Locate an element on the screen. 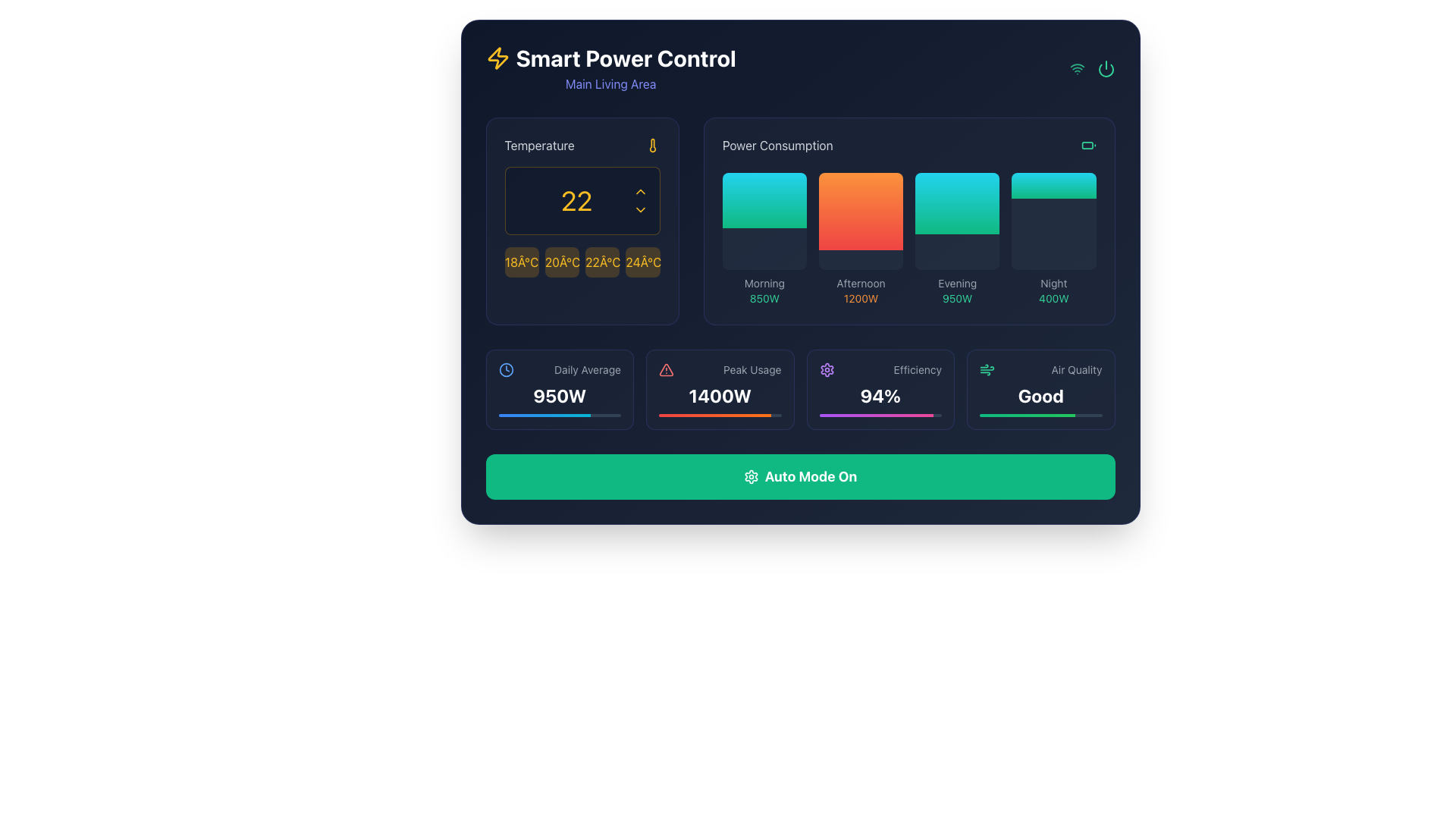  the battery or power icon located at the far right side of the 'Power Consumption' section, adjacent to the 'Power Consumption' title is located at coordinates (1087, 146).